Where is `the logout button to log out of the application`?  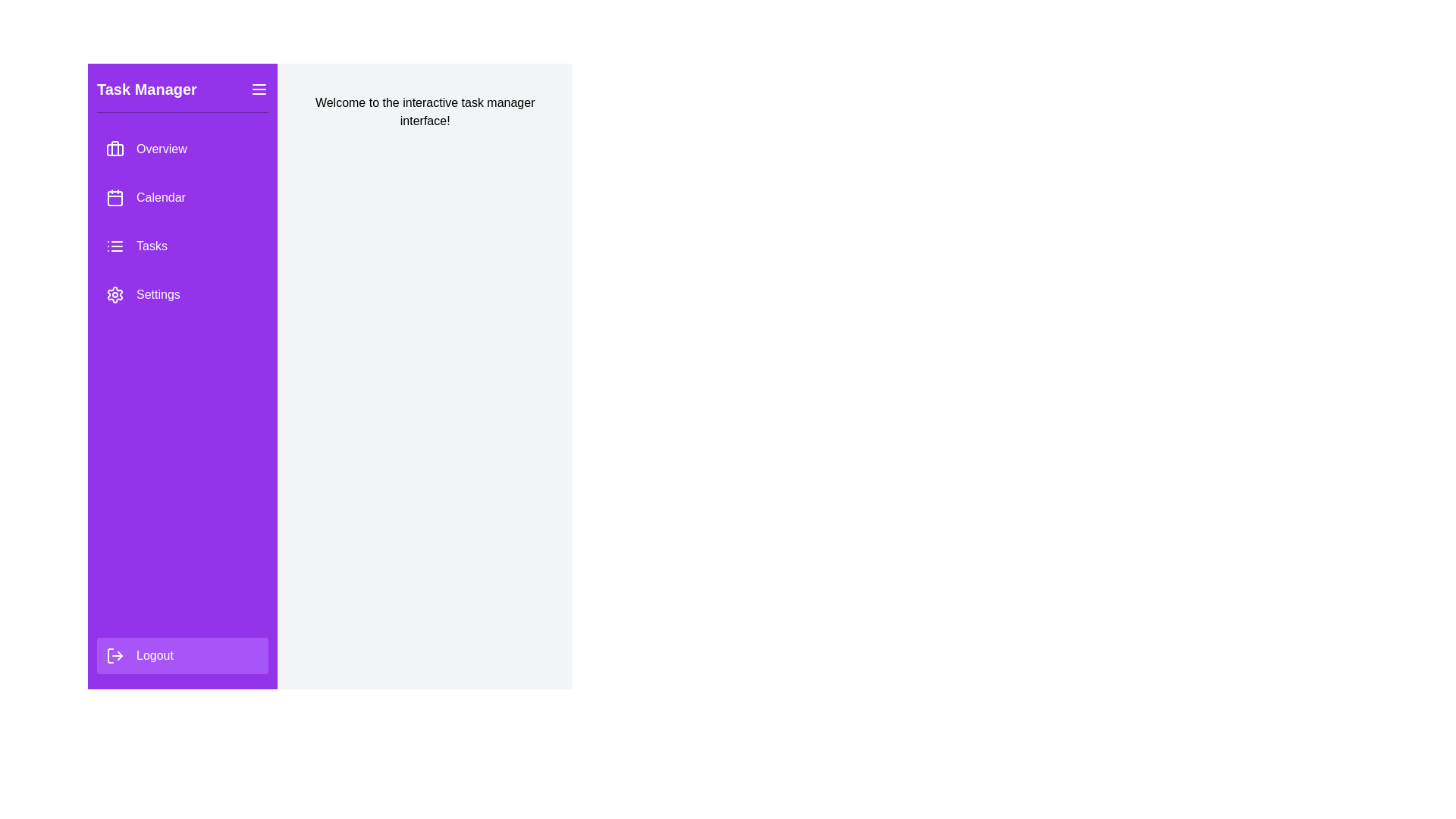
the logout button to log out of the application is located at coordinates (182, 654).